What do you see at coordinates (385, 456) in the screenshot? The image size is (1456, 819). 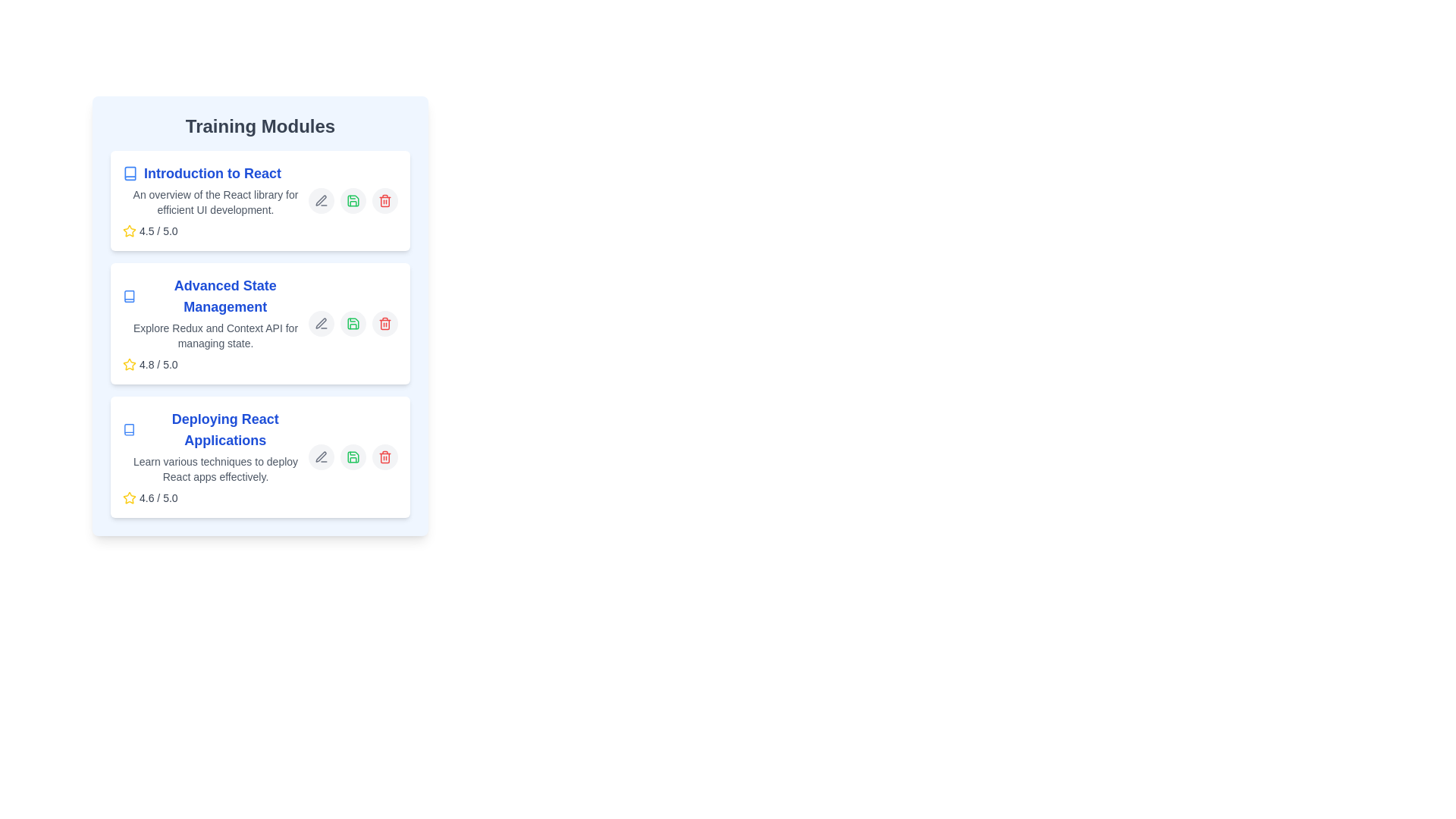 I see `the rounded delete button with a trash can icon located at the bottom right of the 'Deploying React Applications' module card to interact via keyboard if accessible` at bounding box center [385, 456].